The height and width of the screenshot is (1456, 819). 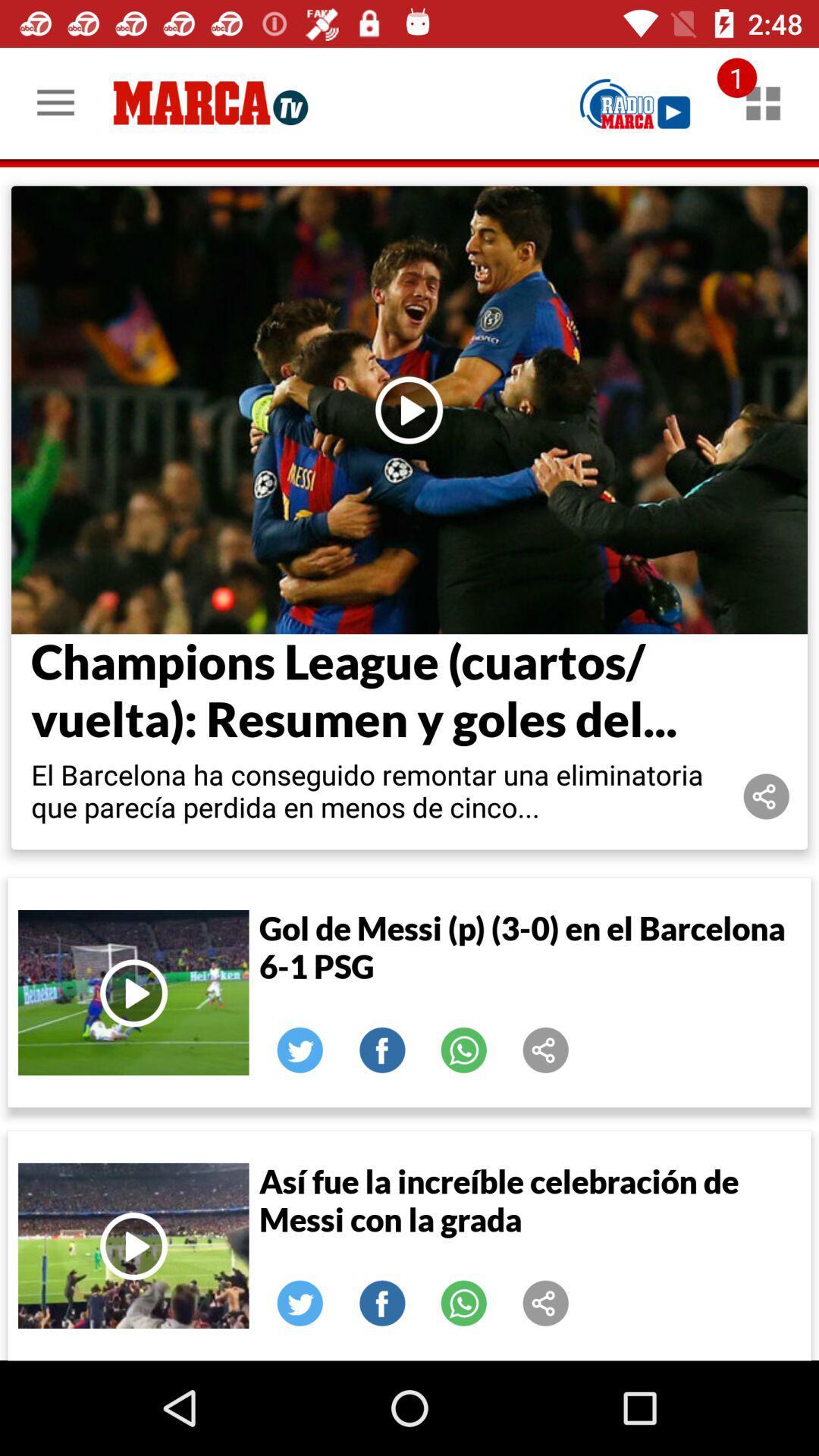 I want to click on video, so click(x=133, y=993).